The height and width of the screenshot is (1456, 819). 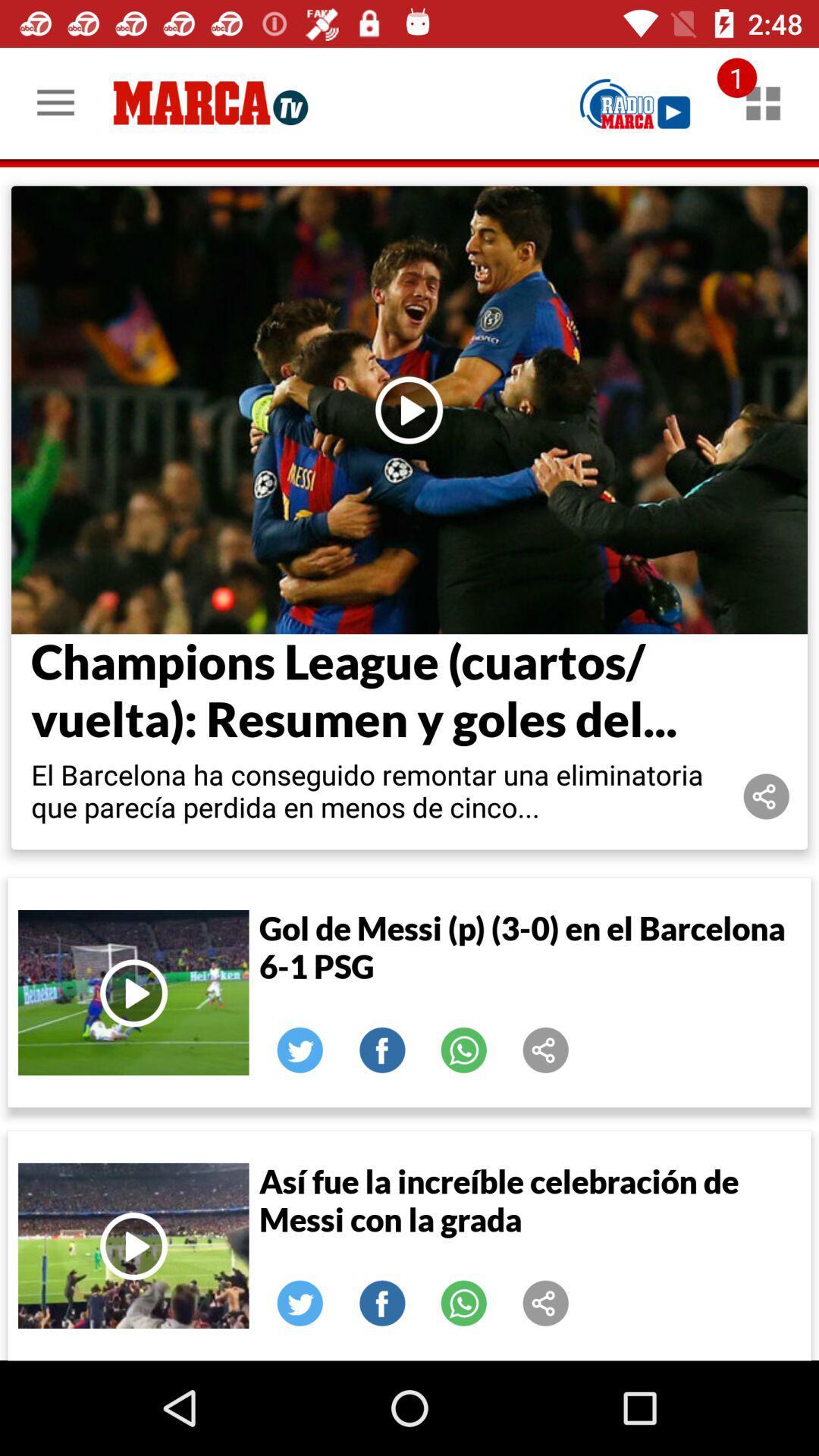 I want to click on video, so click(x=133, y=993).